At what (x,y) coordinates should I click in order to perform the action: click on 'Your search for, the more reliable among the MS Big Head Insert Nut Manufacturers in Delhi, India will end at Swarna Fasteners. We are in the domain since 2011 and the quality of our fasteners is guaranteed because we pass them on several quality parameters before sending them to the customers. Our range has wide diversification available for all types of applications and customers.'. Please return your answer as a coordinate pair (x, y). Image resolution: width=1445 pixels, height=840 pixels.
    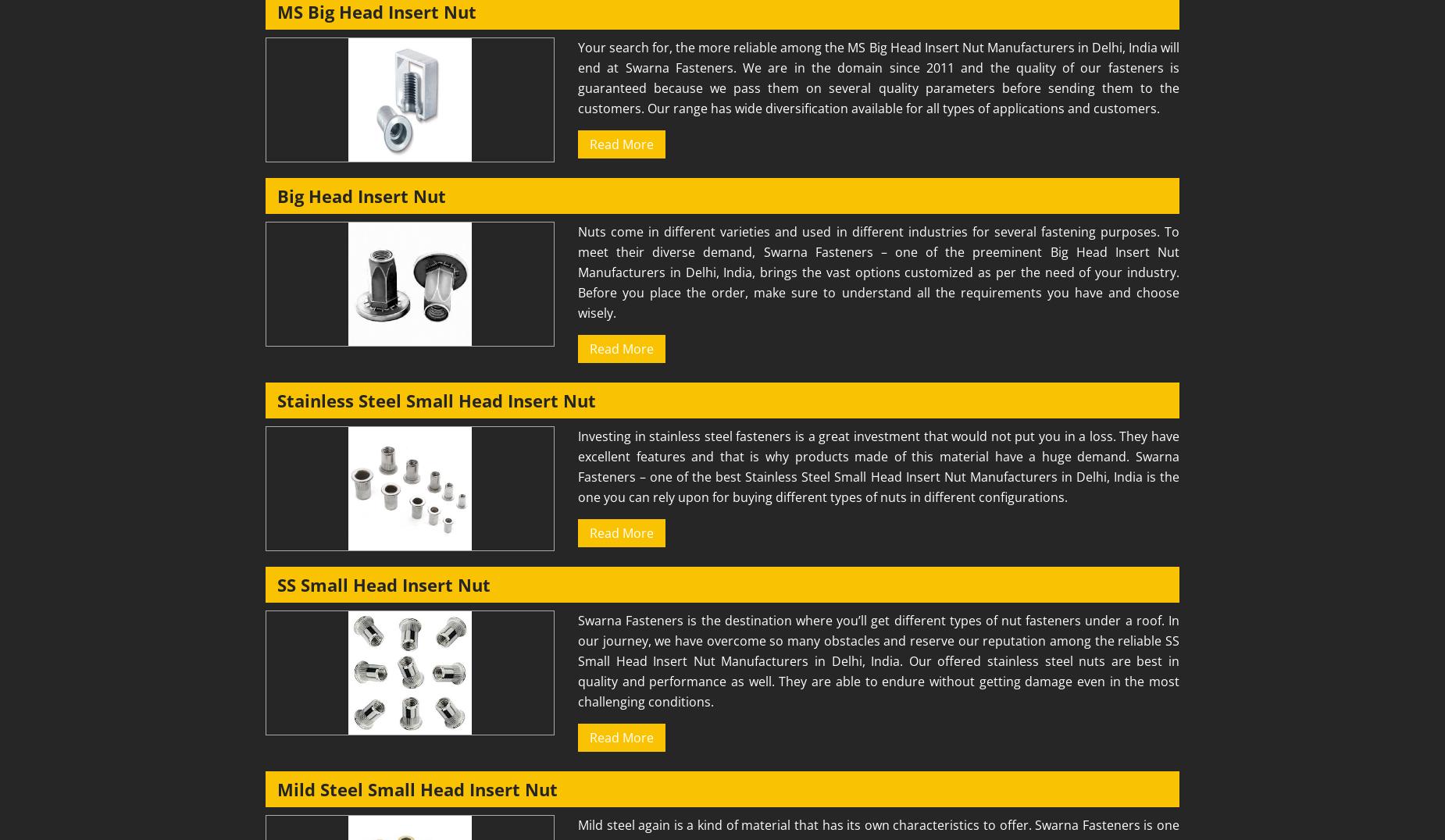
    Looking at the image, I should click on (877, 77).